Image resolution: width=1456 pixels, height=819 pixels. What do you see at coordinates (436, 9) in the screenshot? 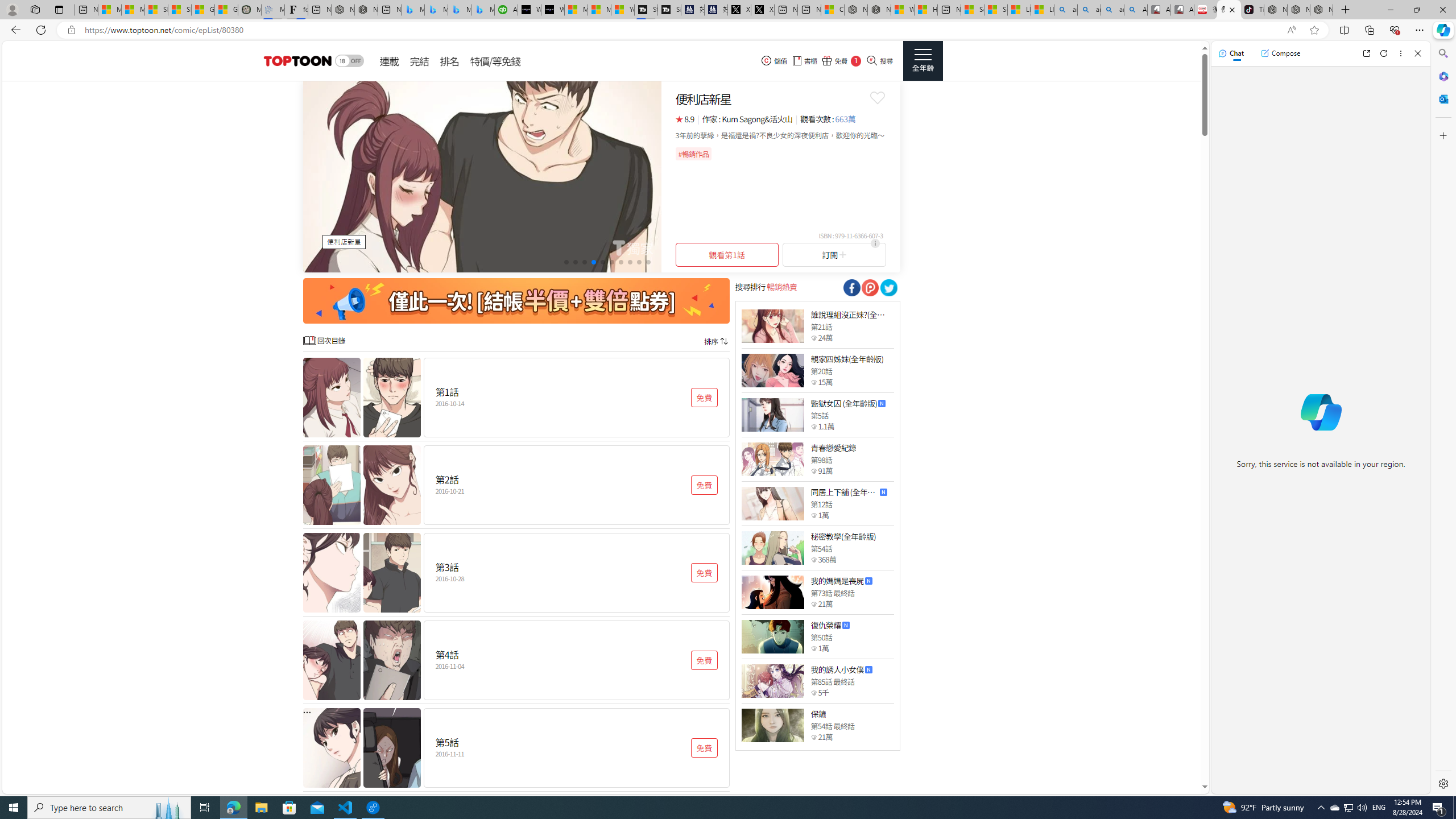
I see `'Microsoft Bing Travel - Stays in Bangkok, Bangkok, Thailand'` at bounding box center [436, 9].